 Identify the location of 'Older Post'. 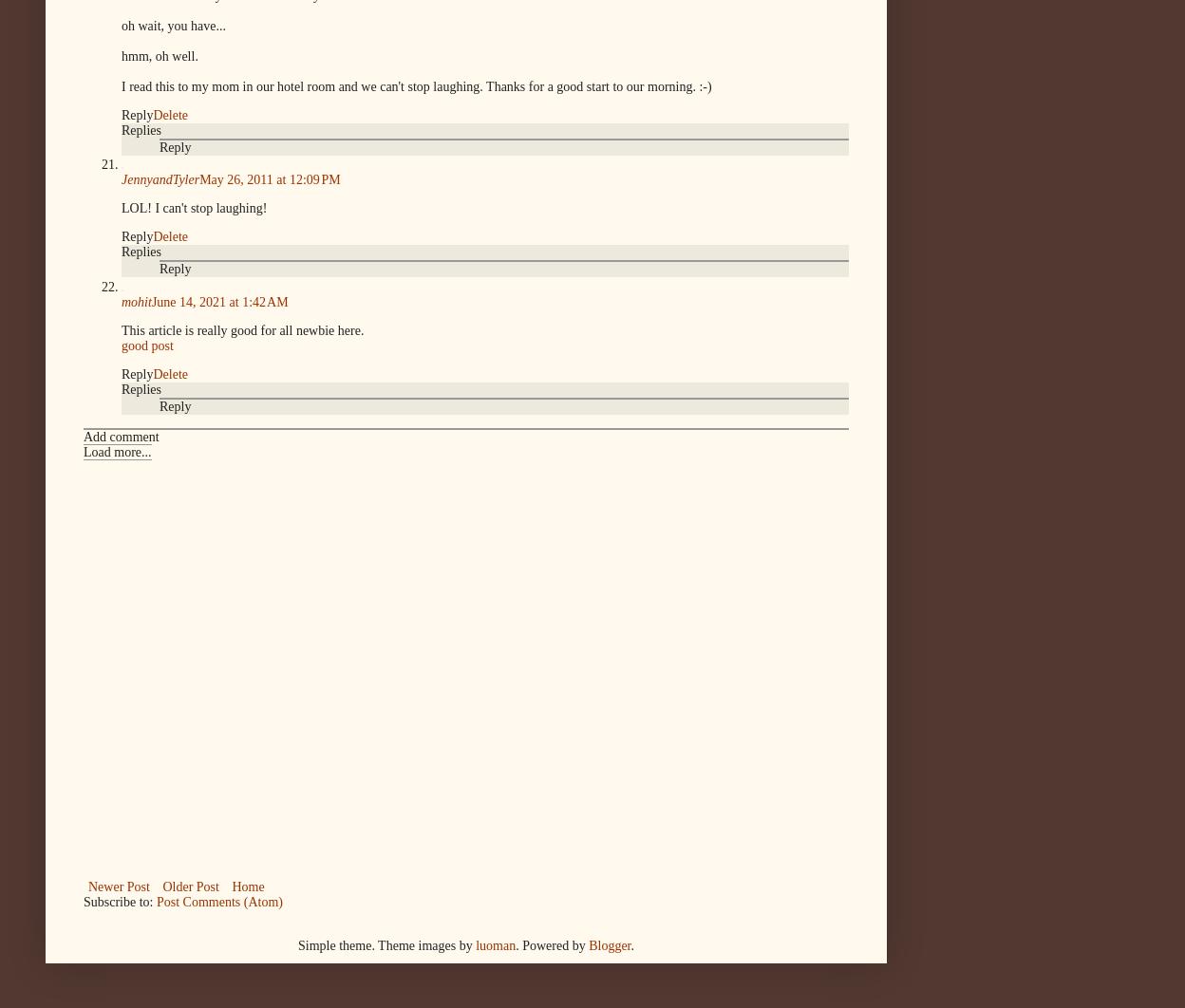
(189, 886).